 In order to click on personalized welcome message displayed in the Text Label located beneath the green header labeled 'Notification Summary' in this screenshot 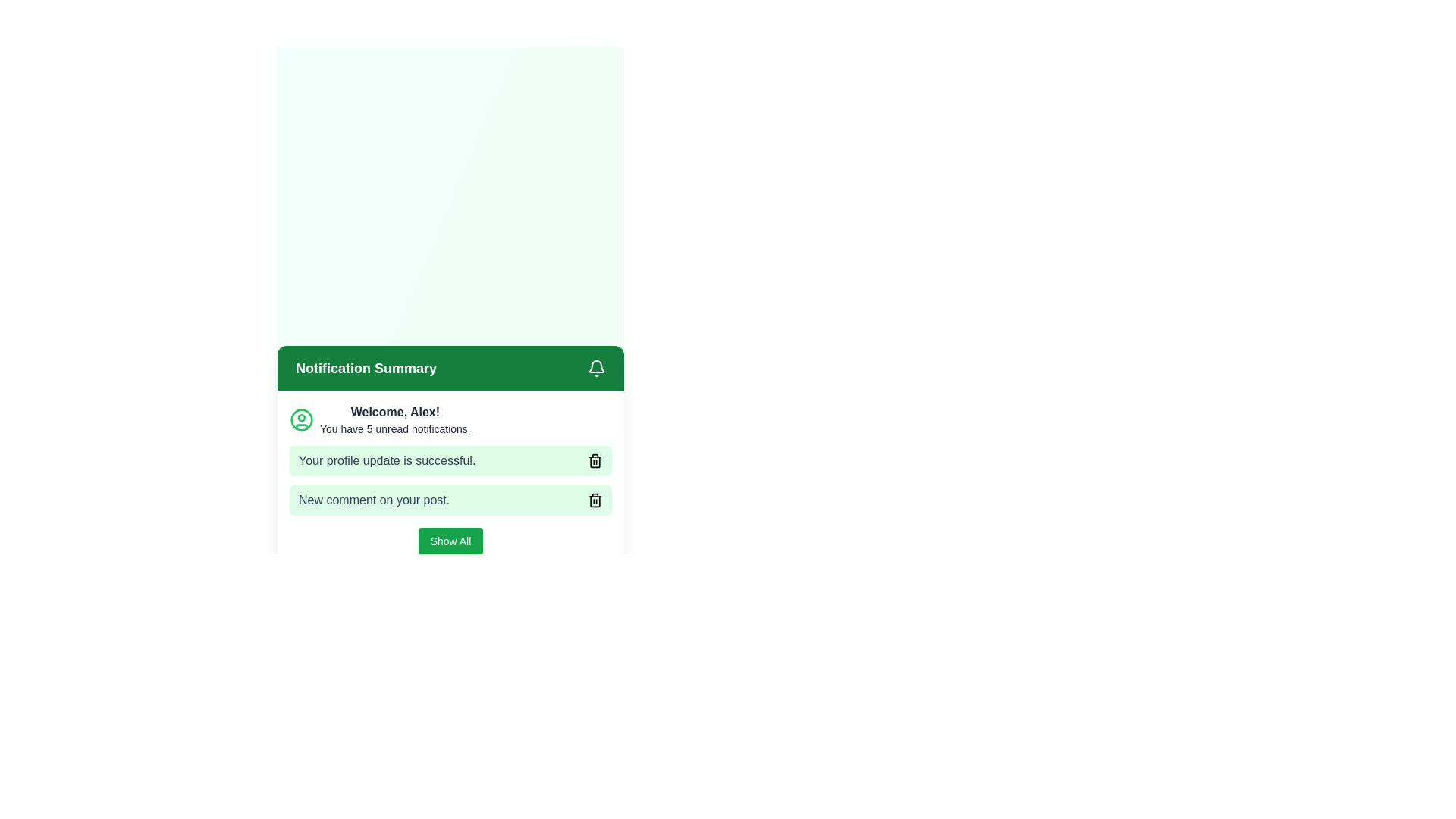, I will do `click(395, 412)`.